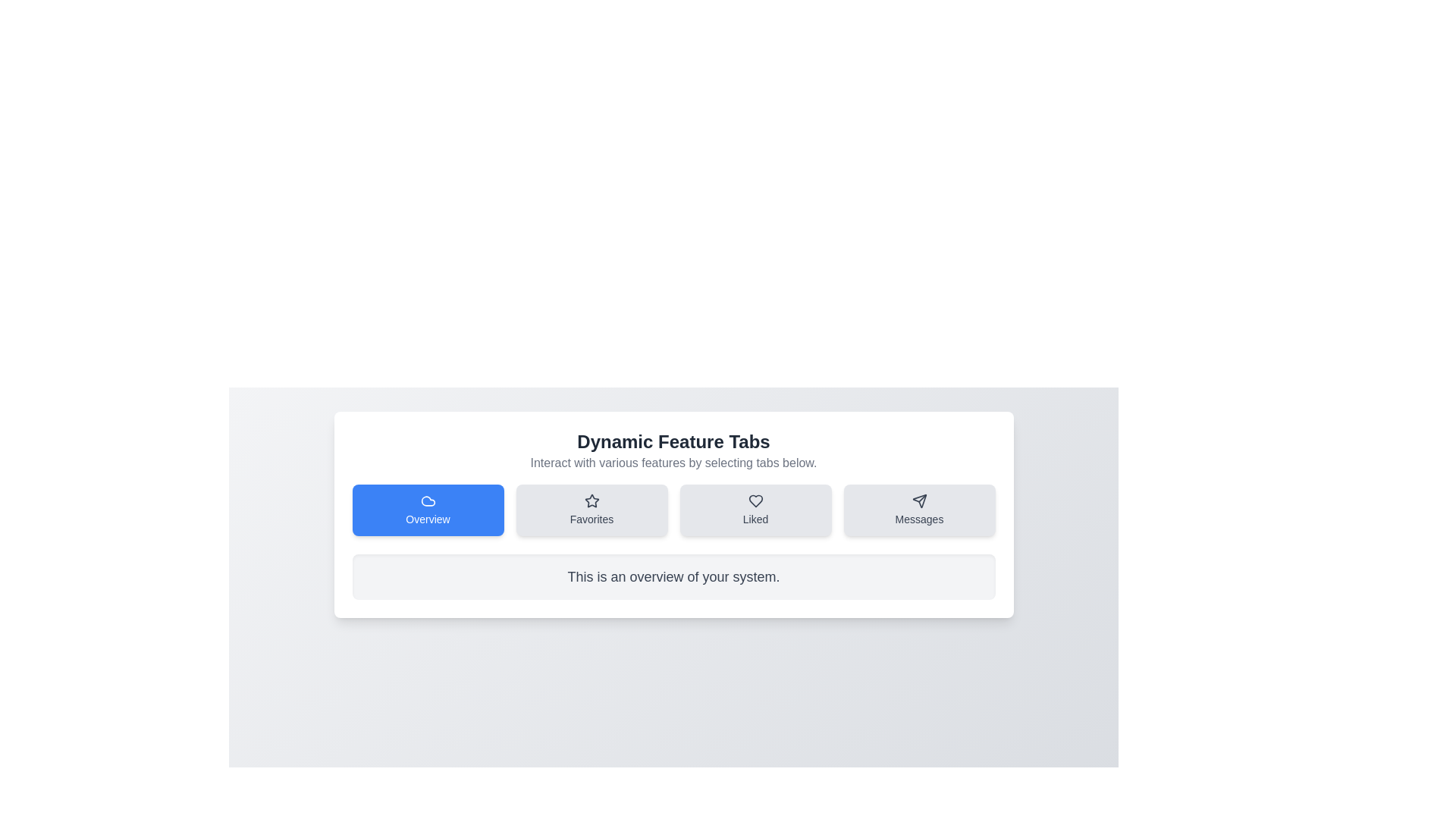 Image resolution: width=1456 pixels, height=819 pixels. Describe the element at coordinates (918, 510) in the screenshot. I see `the fourth button in the 'Dynamic Feature Tabs' section, which is located to the right of the 'Liked' button` at that location.